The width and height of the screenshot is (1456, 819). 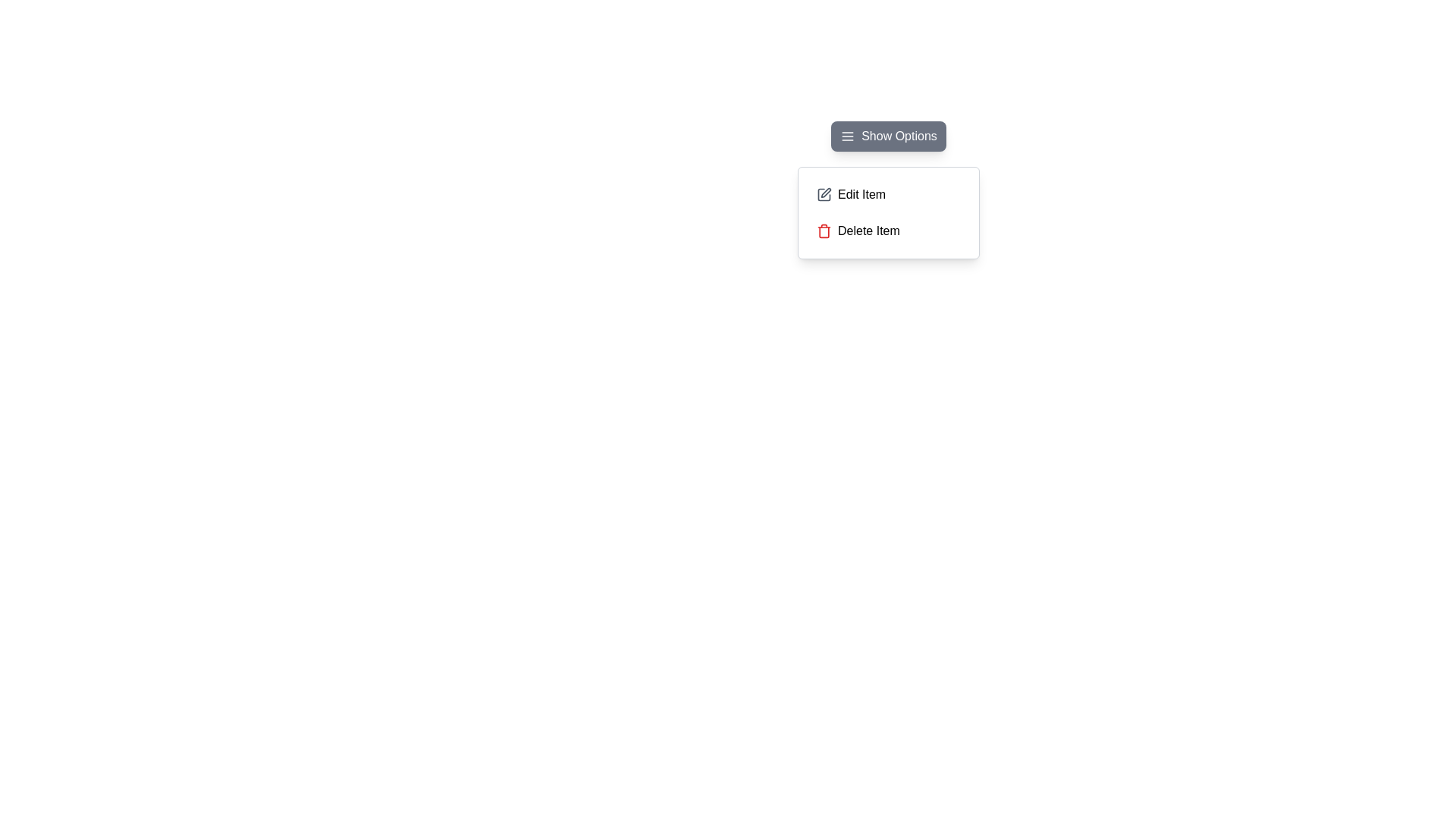 What do you see at coordinates (823, 231) in the screenshot?
I see `the trash can icon, which is red and located to the left of the 'Delete Item' text in the dropdown menu` at bounding box center [823, 231].